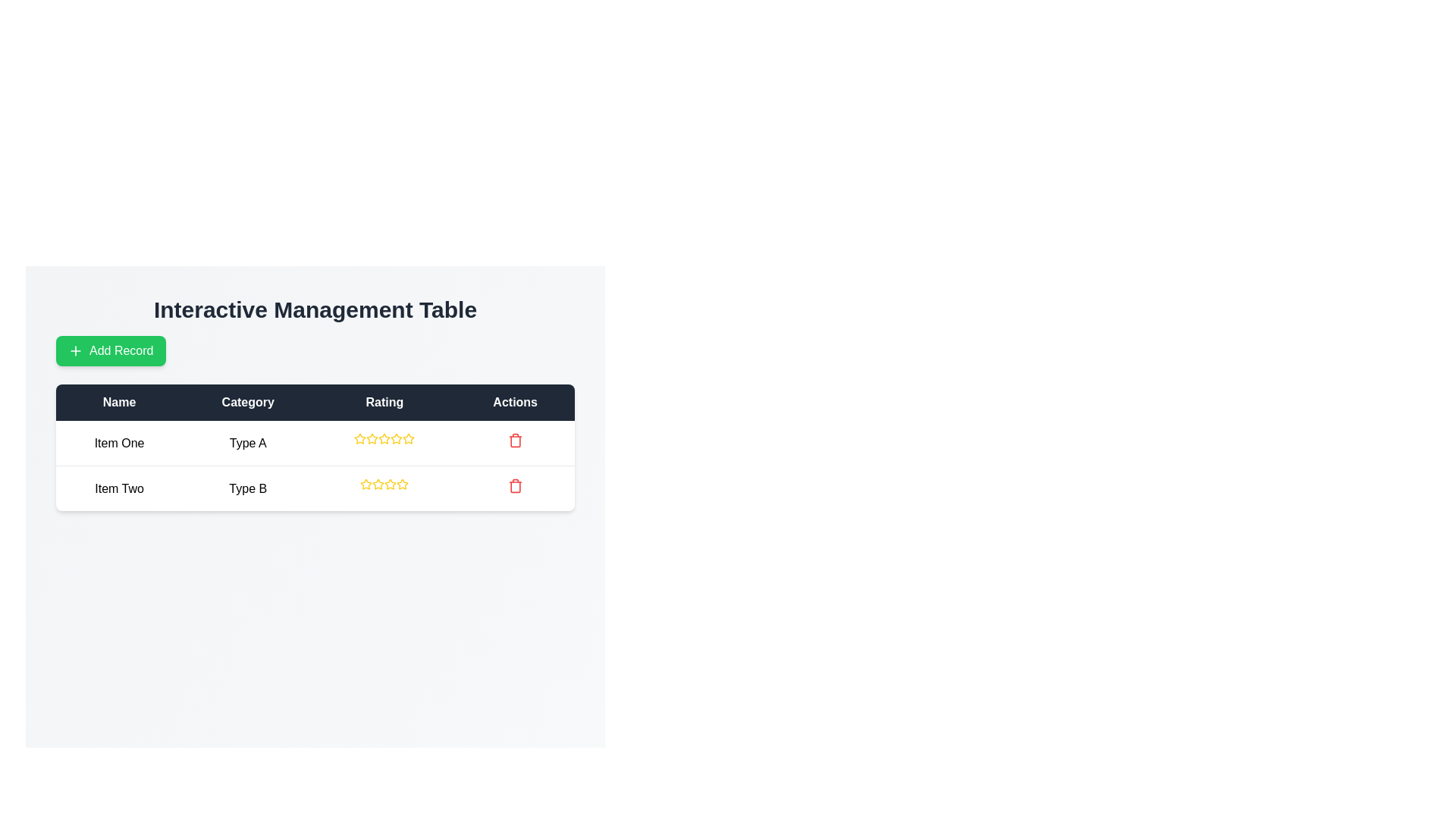 This screenshot has width=1456, height=819. I want to click on the displayed state of the third star icon in the 5-star rating system for 'Item One' located in the 'Rating' column, so click(372, 438).